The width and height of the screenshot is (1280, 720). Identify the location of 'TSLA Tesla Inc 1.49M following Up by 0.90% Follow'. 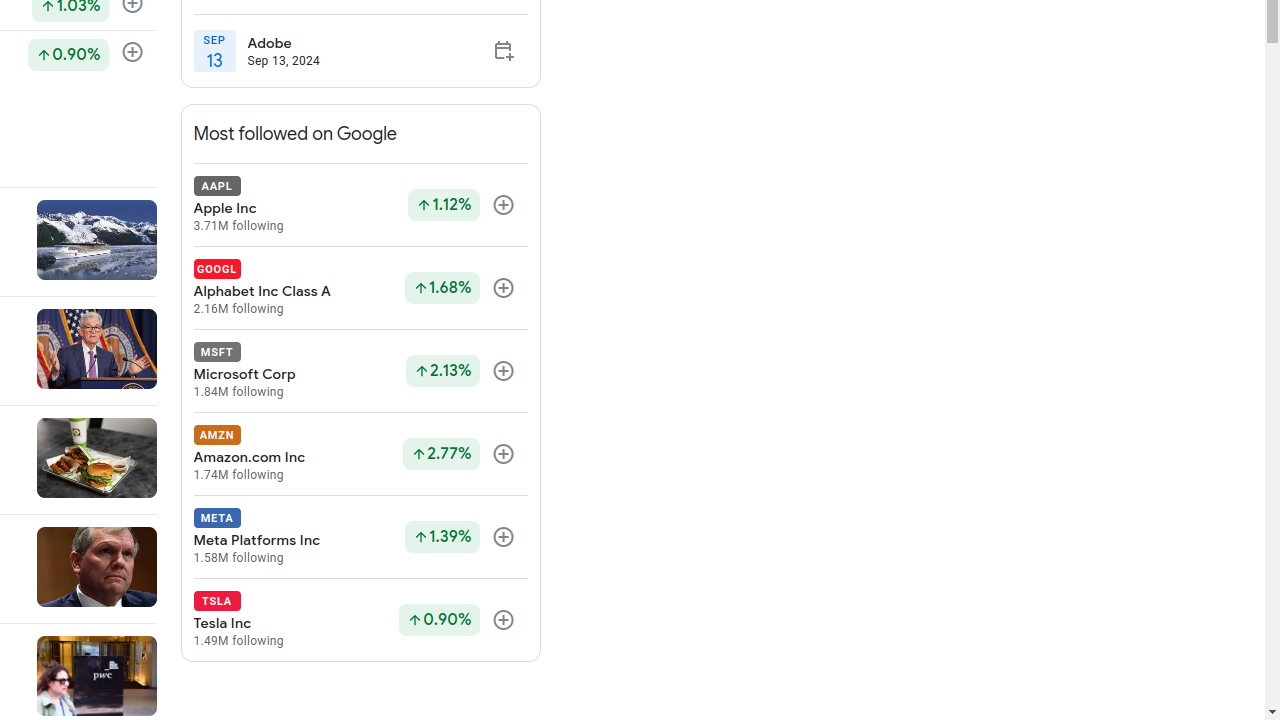
(360, 618).